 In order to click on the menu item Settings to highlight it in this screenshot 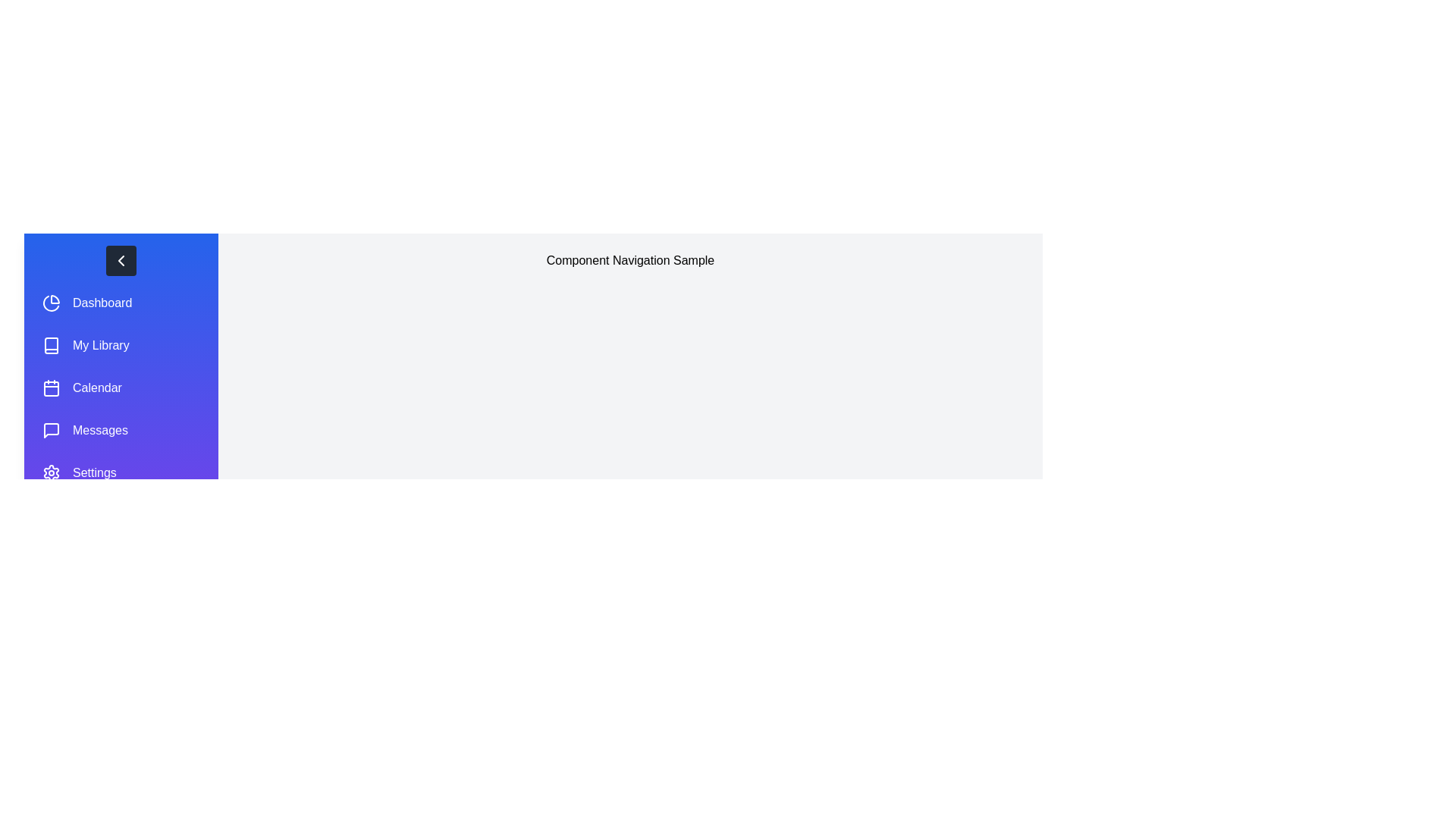, I will do `click(120, 472)`.